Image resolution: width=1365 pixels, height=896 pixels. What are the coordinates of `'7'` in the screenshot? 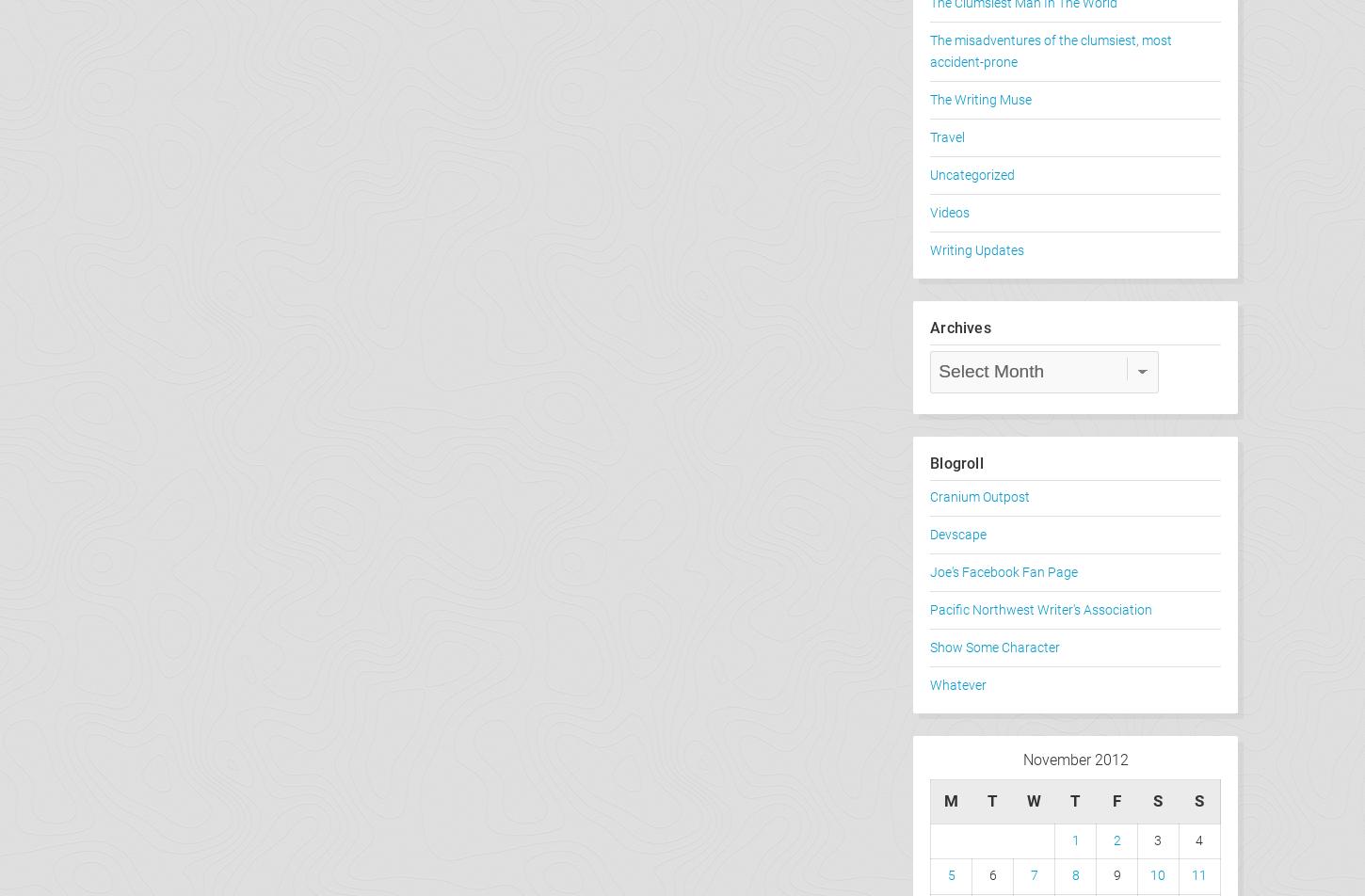 It's located at (1032, 875).